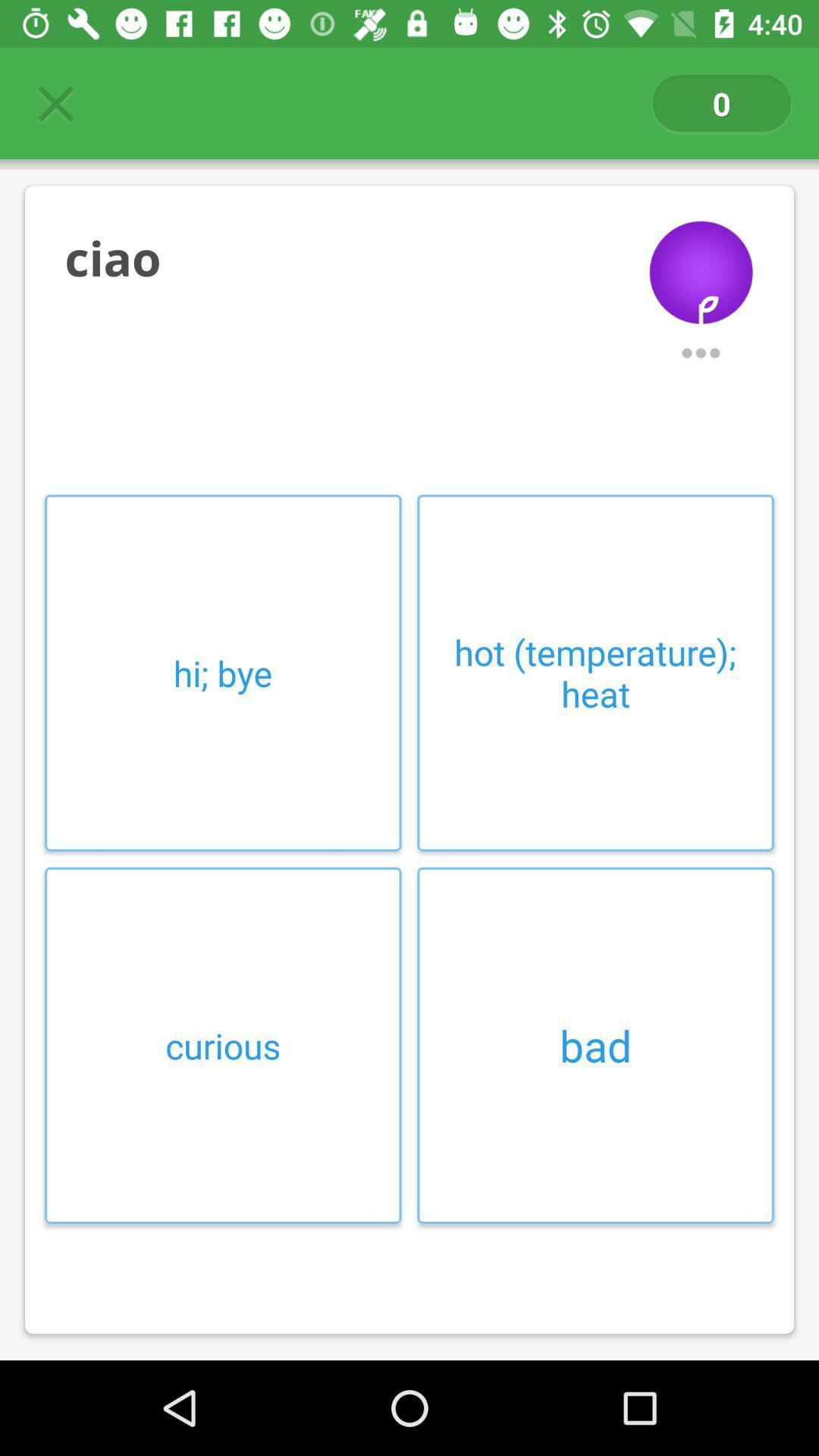  What do you see at coordinates (223, 672) in the screenshot?
I see `hi; bye` at bounding box center [223, 672].